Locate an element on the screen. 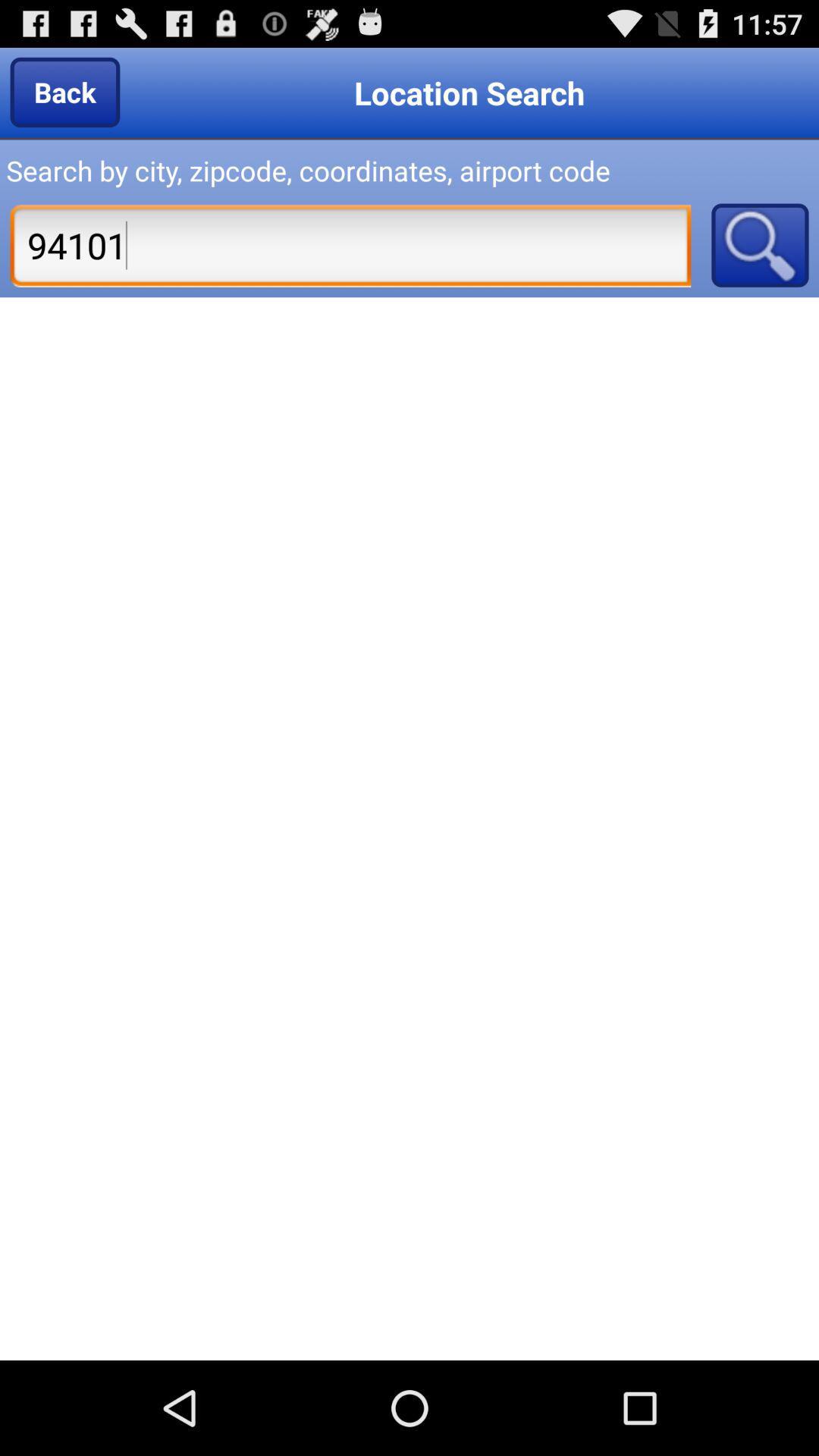 The height and width of the screenshot is (1456, 819). execute search is located at coordinates (760, 245).